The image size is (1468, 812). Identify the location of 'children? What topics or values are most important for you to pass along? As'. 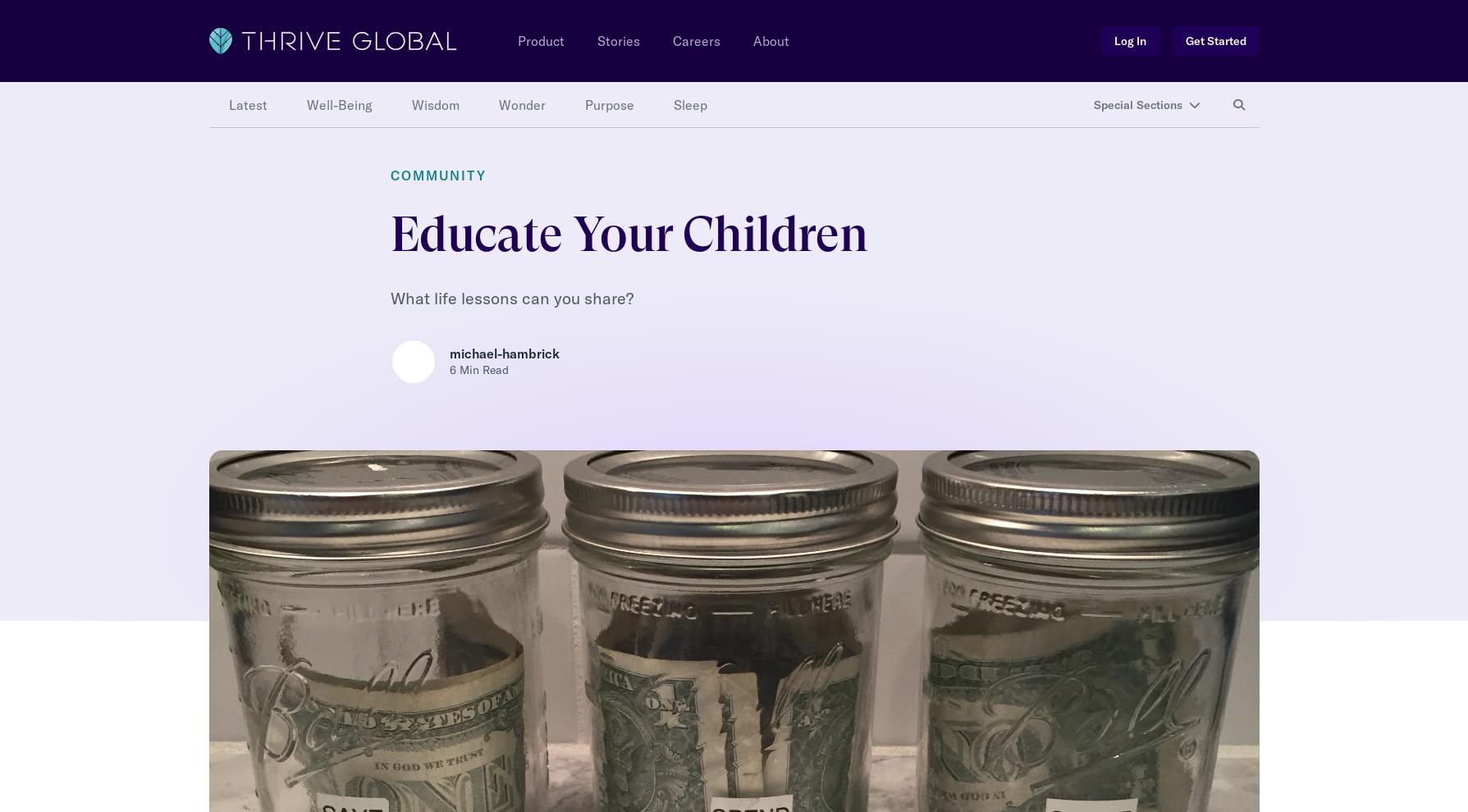
(388, 718).